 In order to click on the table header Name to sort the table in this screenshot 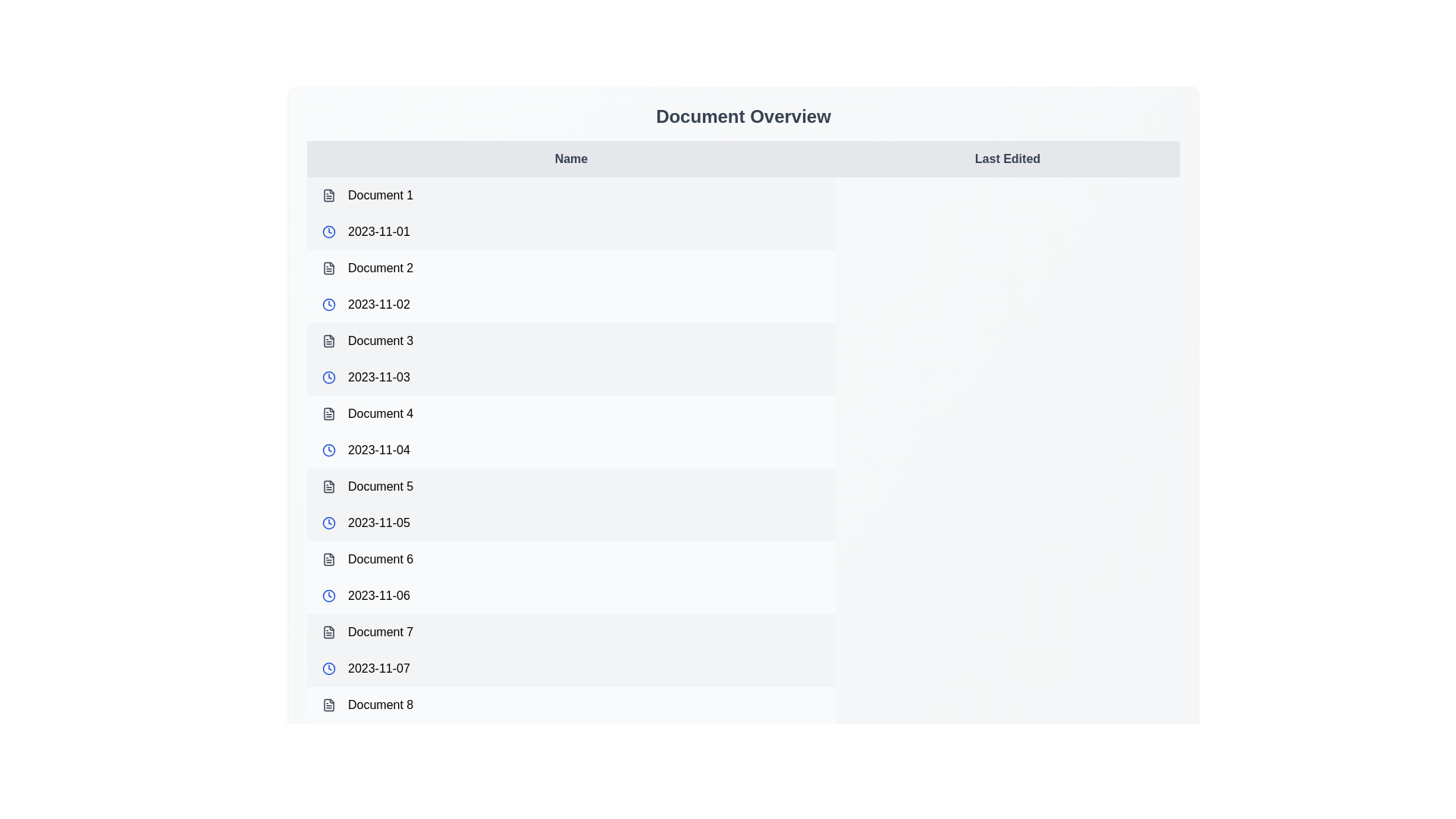, I will do `click(570, 158)`.